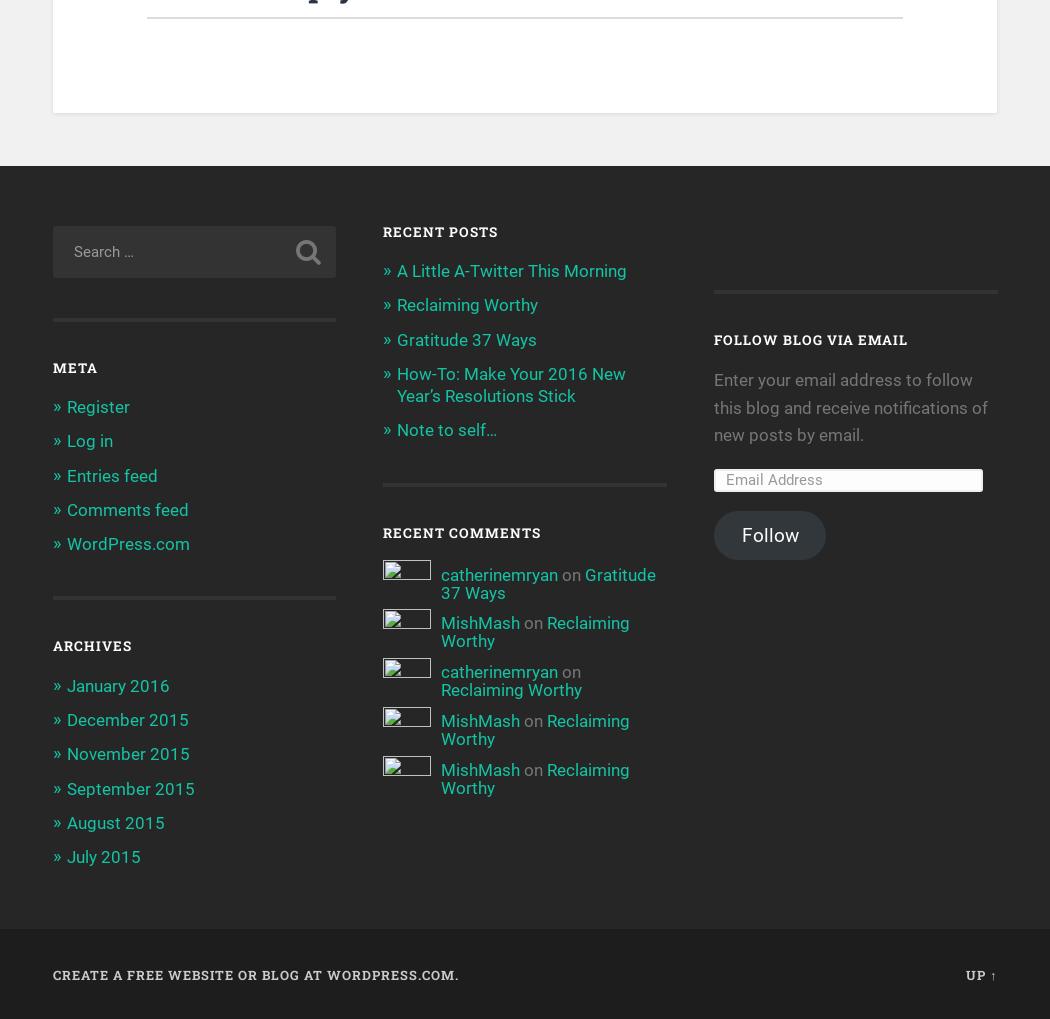 The image size is (1050, 1019). What do you see at coordinates (113, 822) in the screenshot?
I see `'August 2015'` at bounding box center [113, 822].